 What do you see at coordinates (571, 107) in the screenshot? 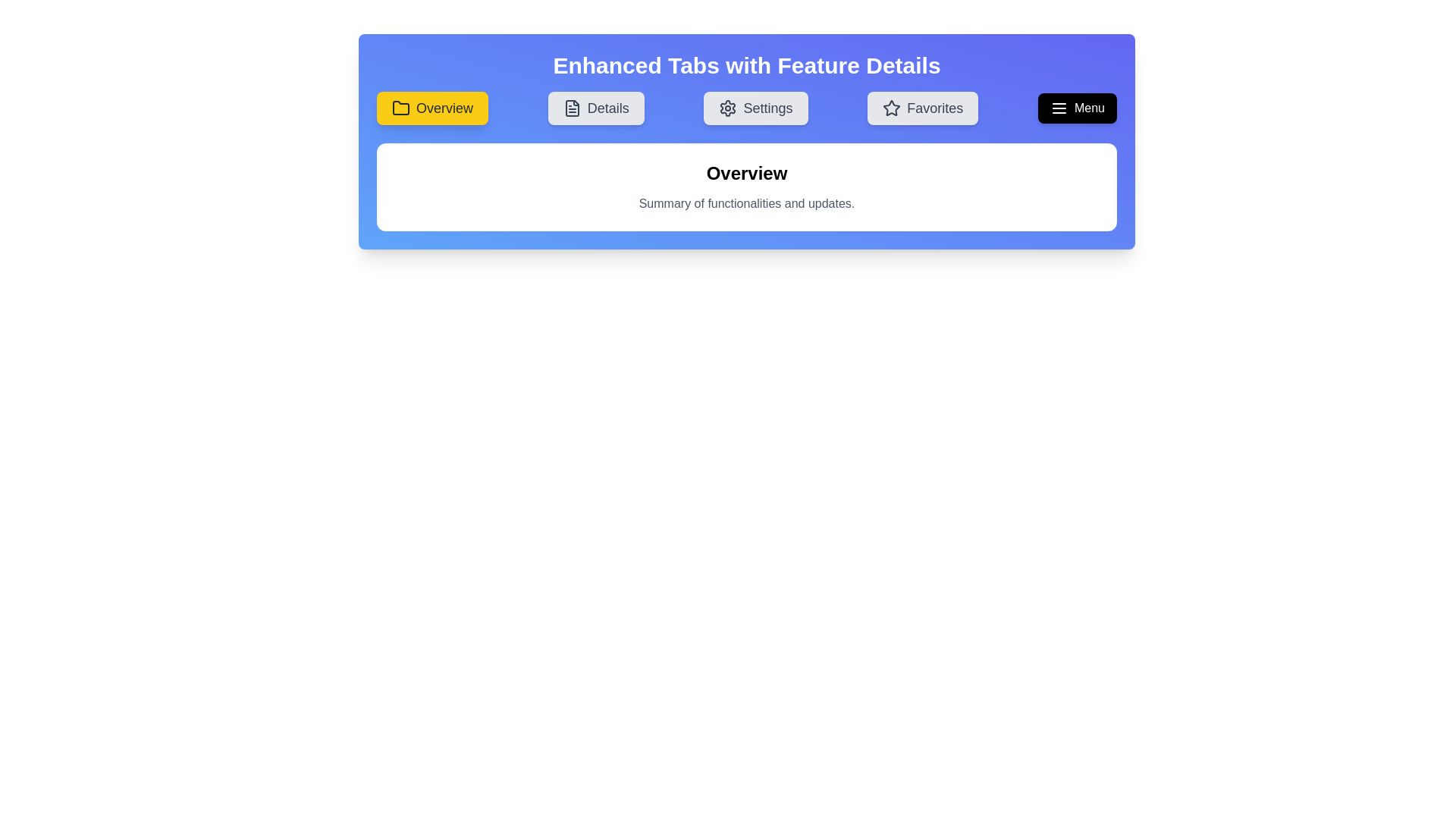
I see `the 'Details' icon located in the navigation bar at the top of the interface, which is the second button from the left` at bounding box center [571, 107].